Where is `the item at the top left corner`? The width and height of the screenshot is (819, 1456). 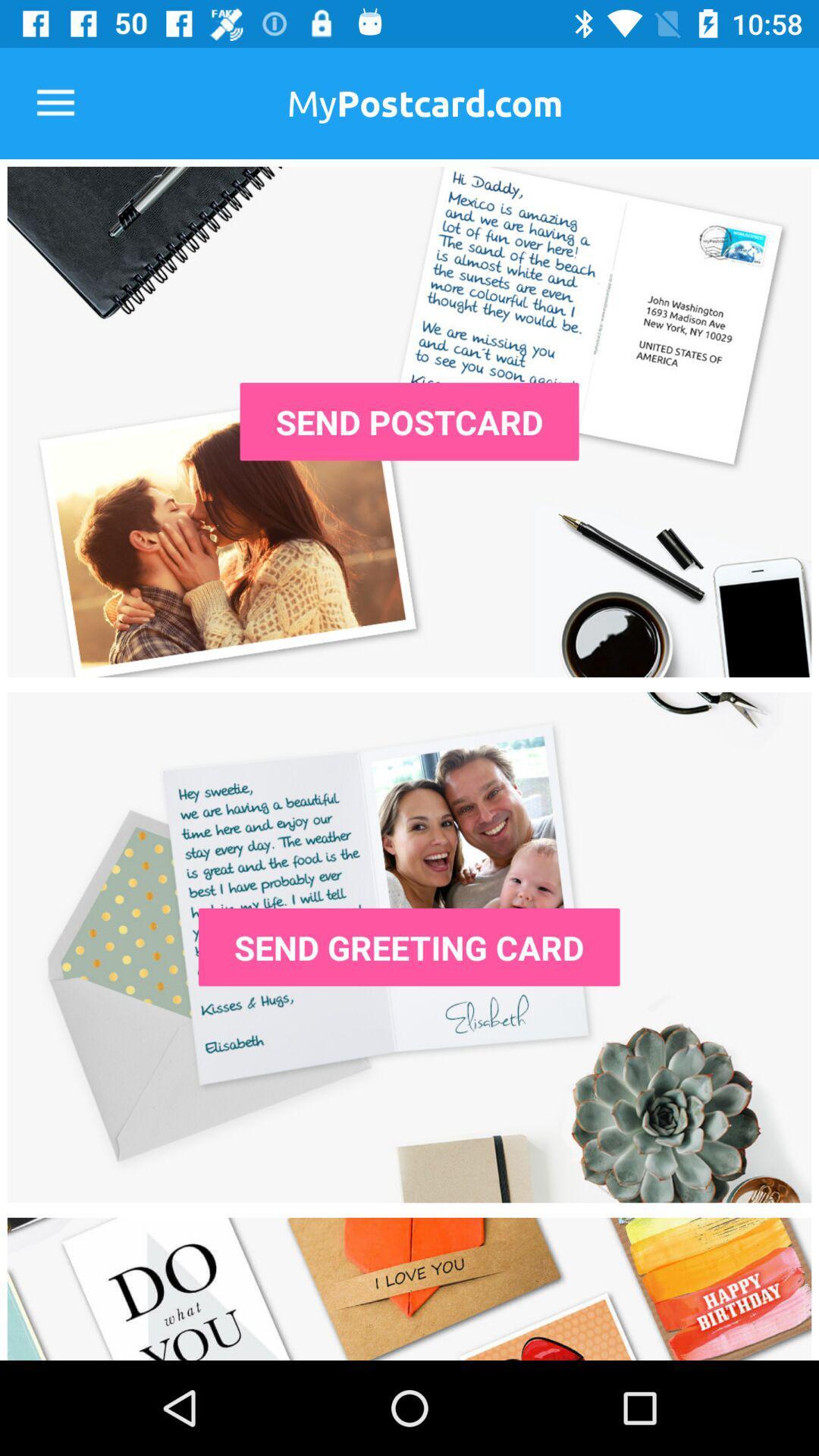 the item at the top left corner is located at coordinates (55, 102).